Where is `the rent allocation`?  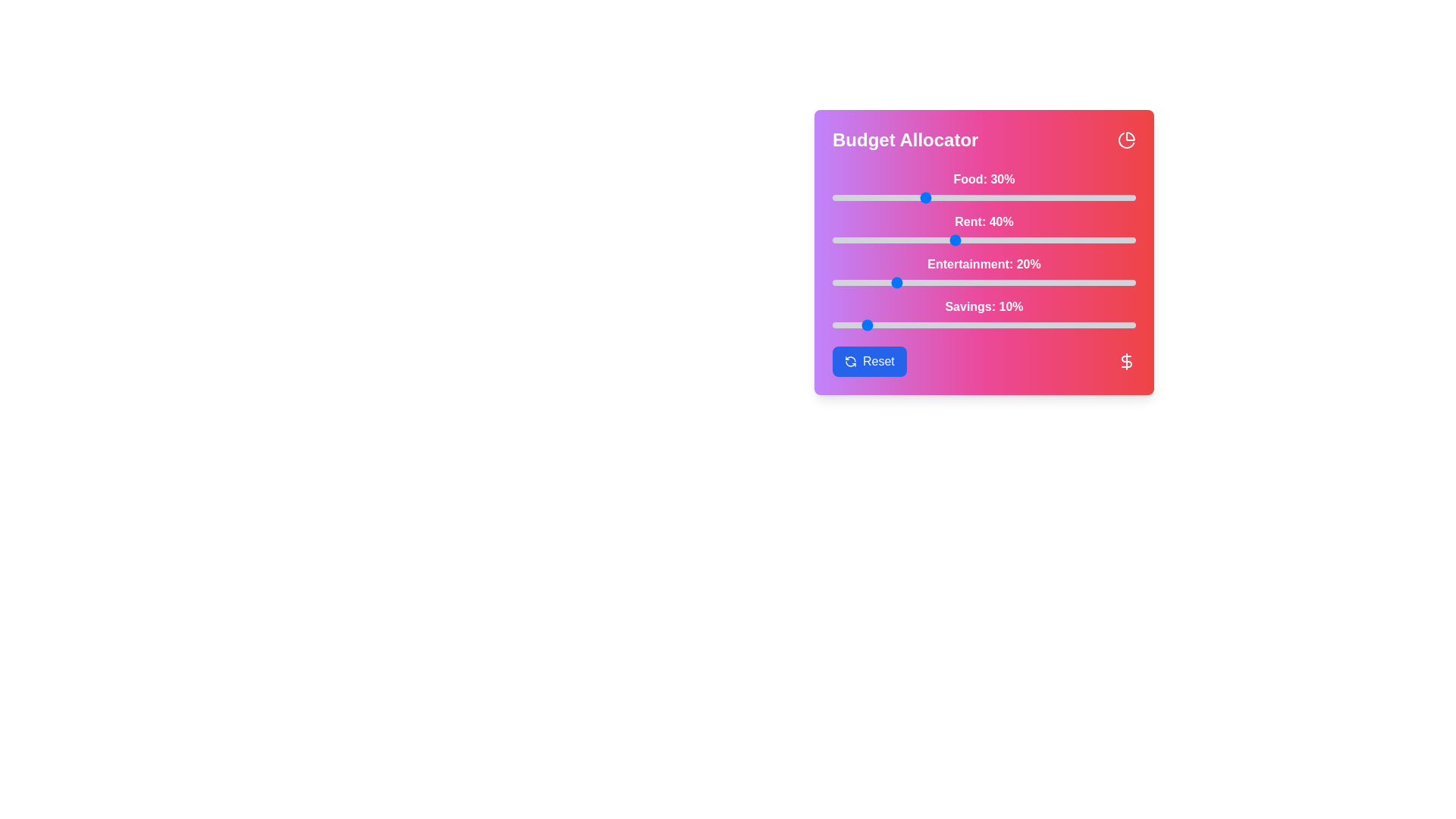
the rent allocation is located at coordinates (978, 239).